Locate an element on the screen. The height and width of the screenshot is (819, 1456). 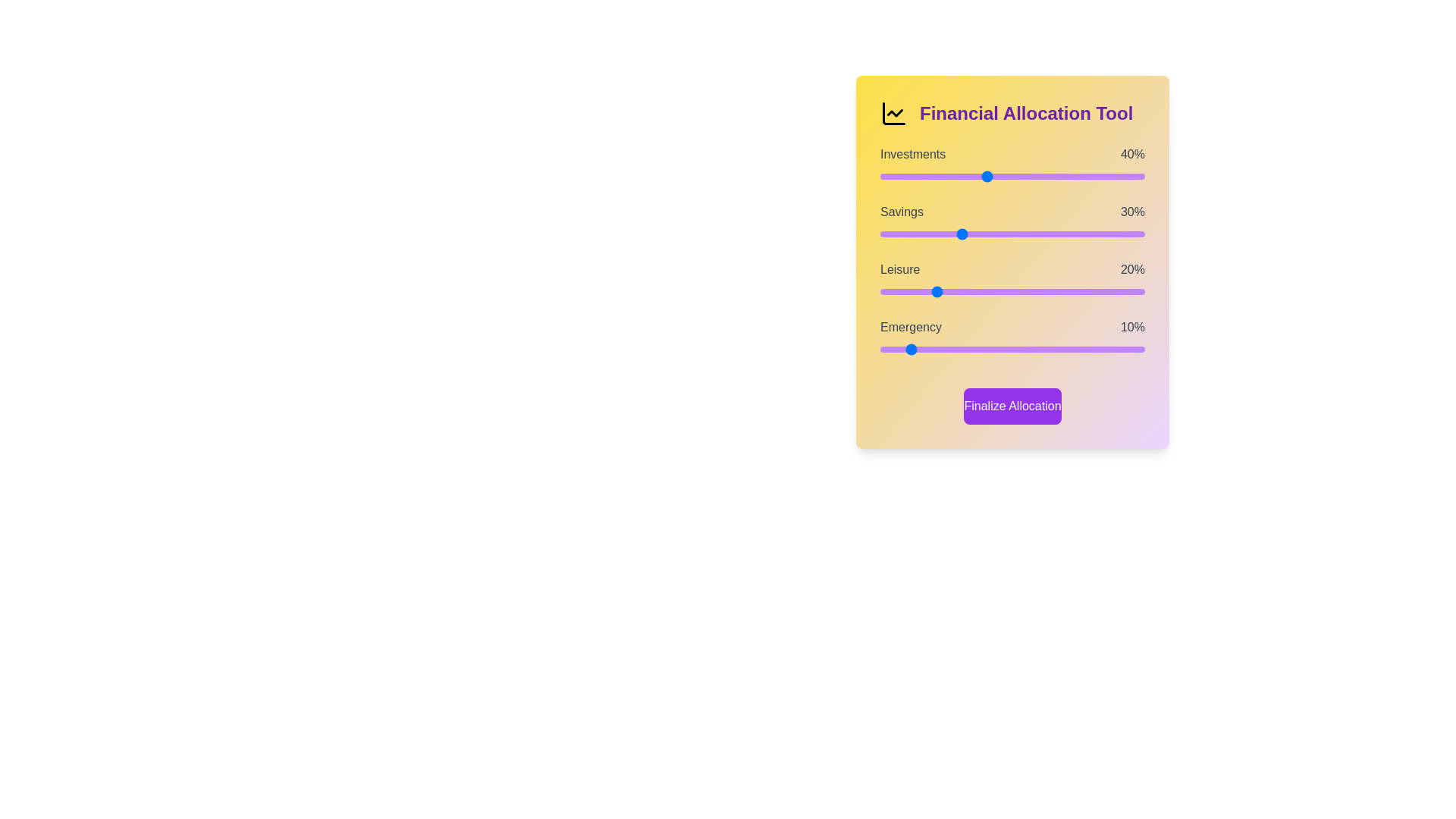
the 'Finalize Allocation' button is located at coordinates (1012, 406).